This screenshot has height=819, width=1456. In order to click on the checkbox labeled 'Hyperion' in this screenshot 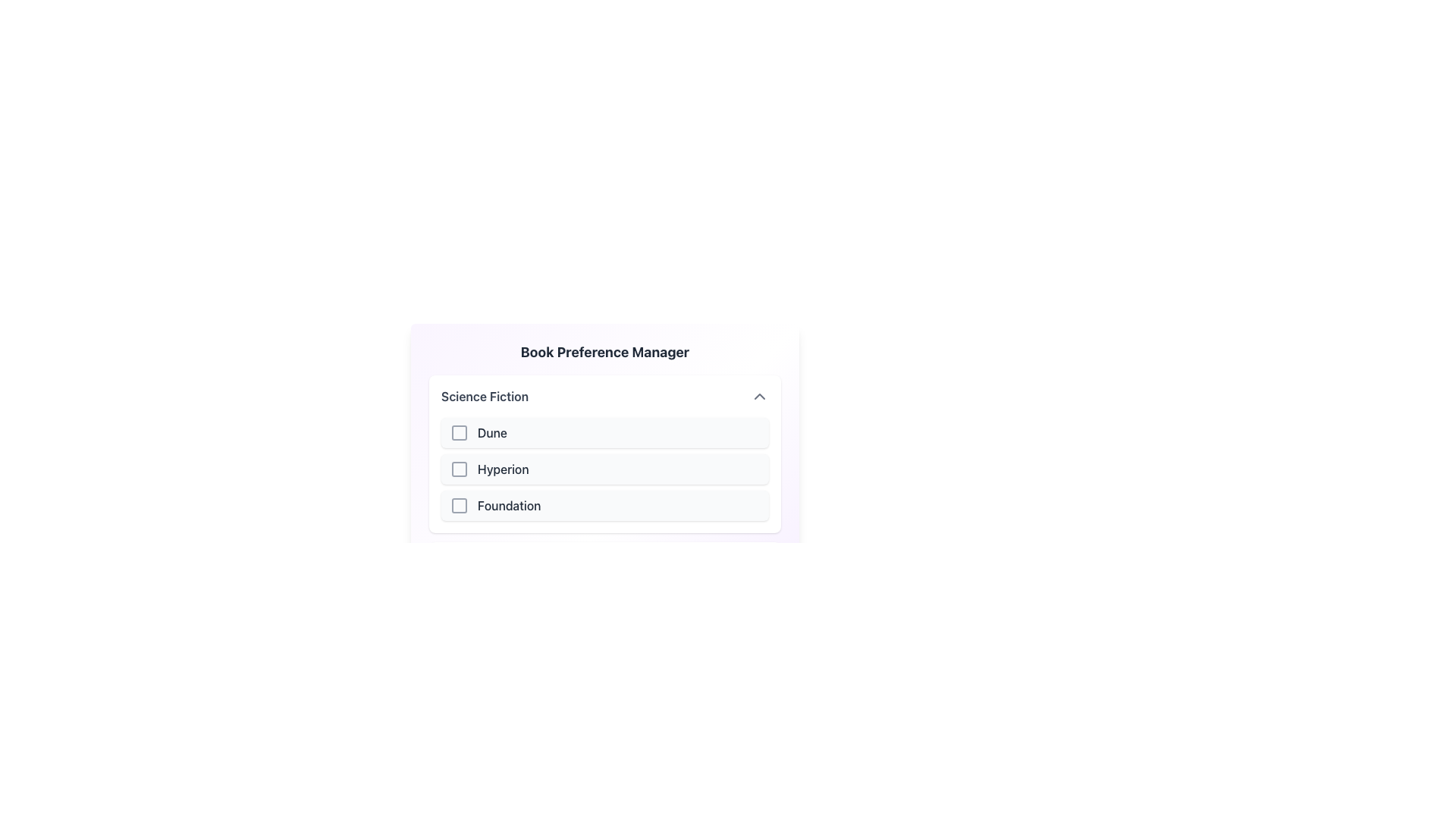, I will do `click(604, 468)`.